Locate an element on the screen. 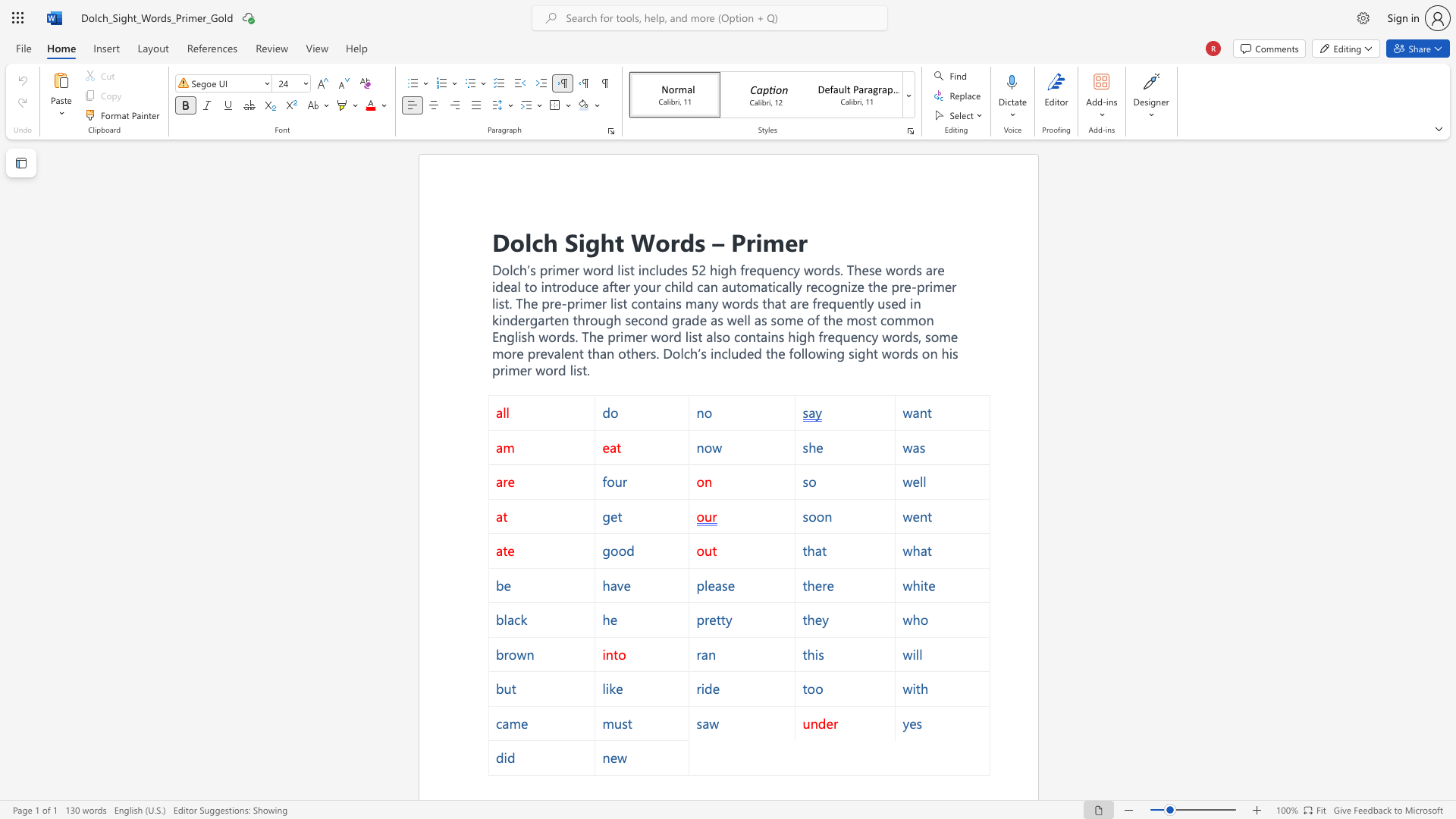 The height and width of the screenshot is (819, 1456). the subset text ". The" within the text "Dolch’s primer word list includes 52 high frequency words. These words are ideal to introduce after your child can automatically recognize the pre-primer list. The pre-primer list" is located at coordinates (509, 303).